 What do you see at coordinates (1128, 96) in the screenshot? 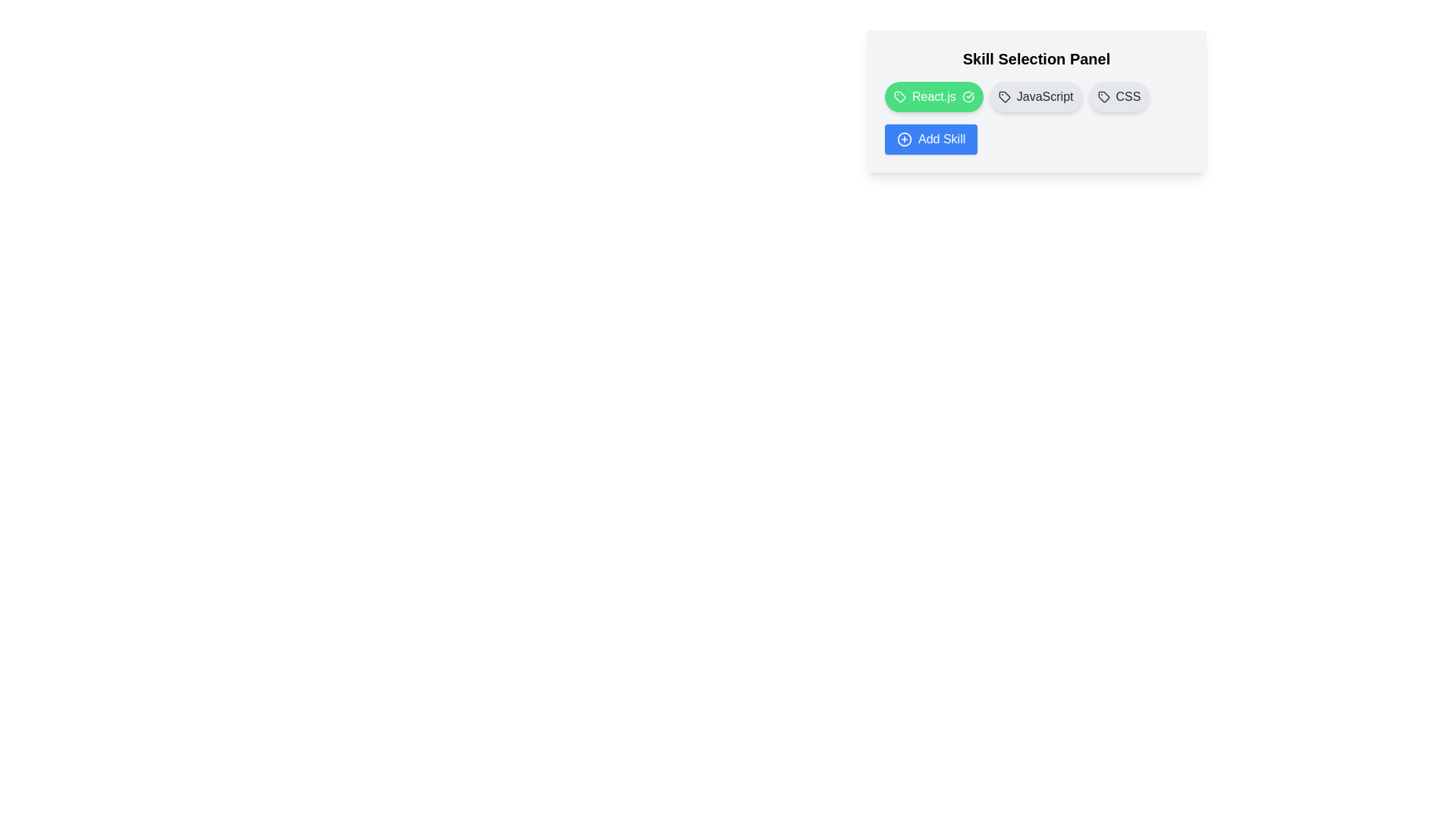
I see `the 'CSS' label in the skill selection interface, which is the last tag in a row of skills located at the top-right section of the interface` at bounding box center [1128, 96].